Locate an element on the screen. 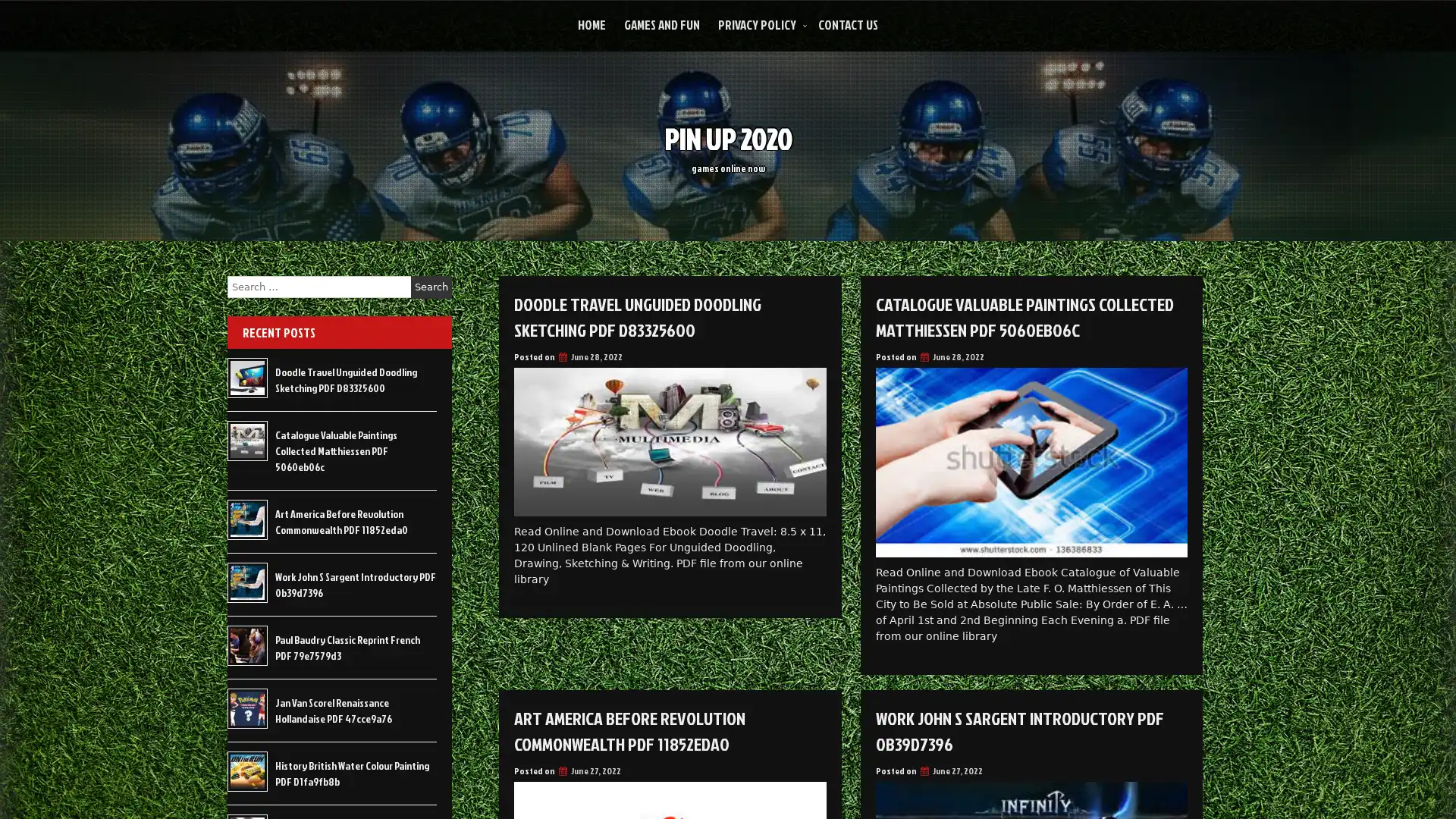 The width and height of the screenshot is (1456, 819). Search is located at coordinates (431, 287).